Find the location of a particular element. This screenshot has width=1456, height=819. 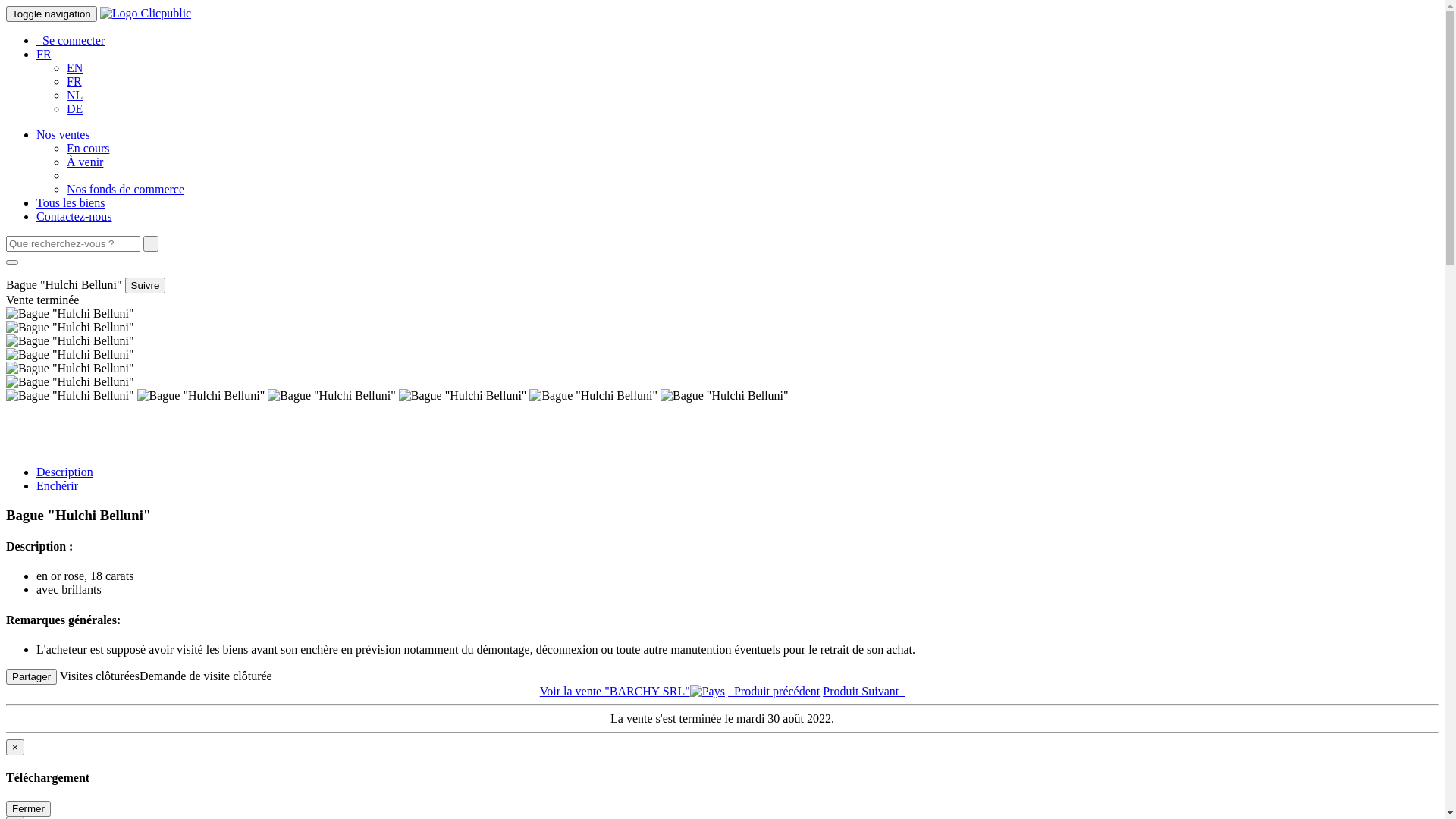

'En cours' is located at coordinates (86, 148).